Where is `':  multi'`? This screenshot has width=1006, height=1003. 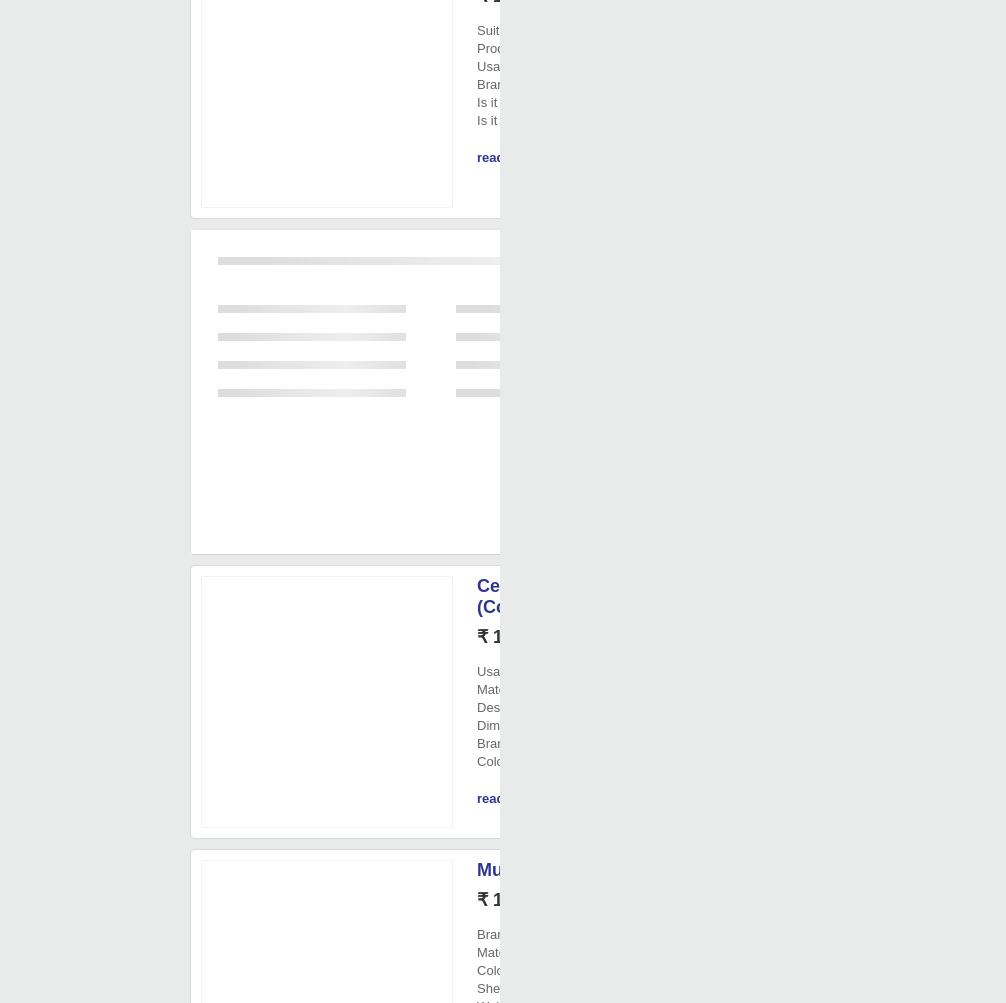
':  multi' is located at coordinates (525, 969).